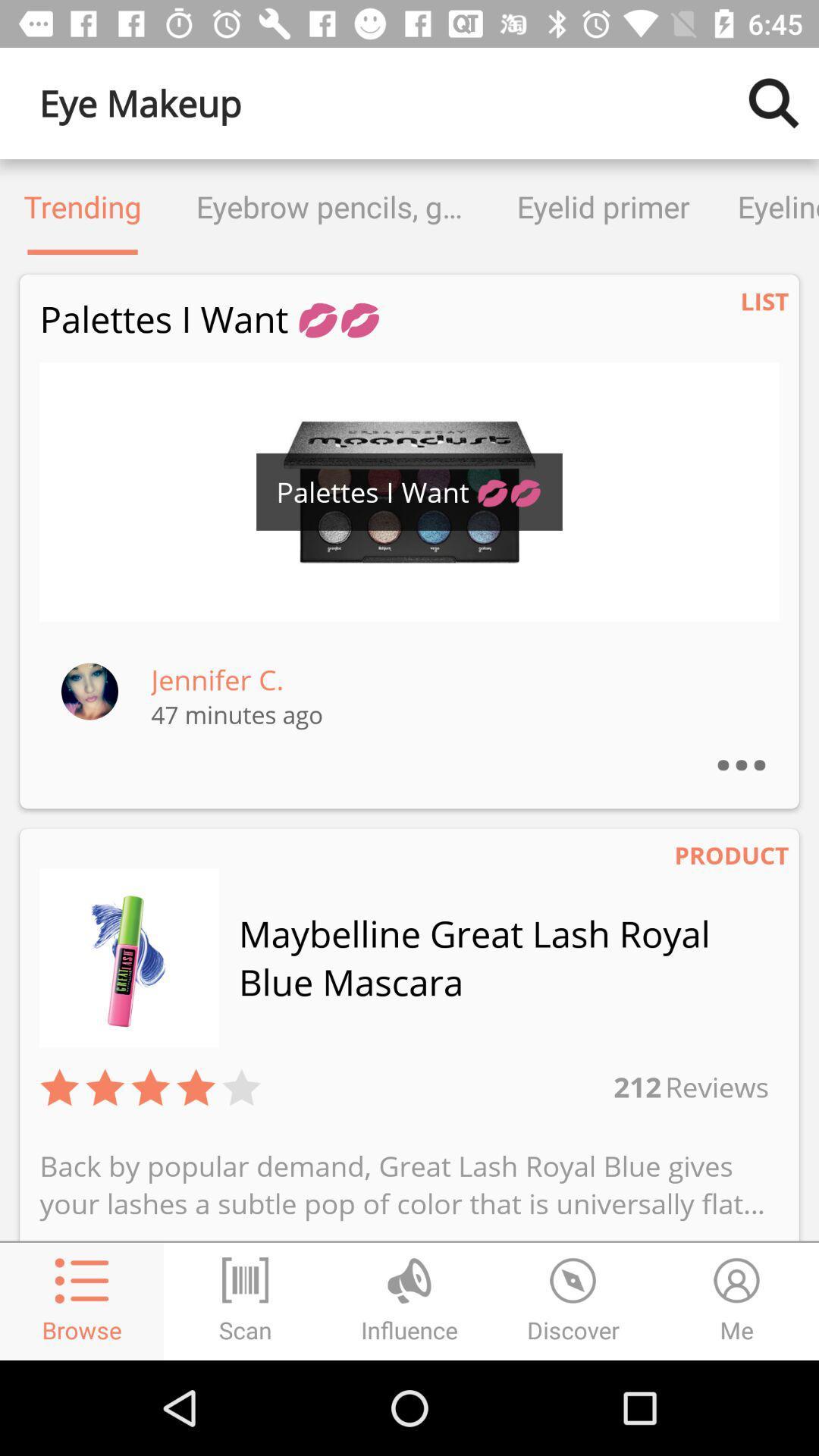 This screenshot has width=819, height=1456. I want to click on jennifer c. icon, so click(217, 679).